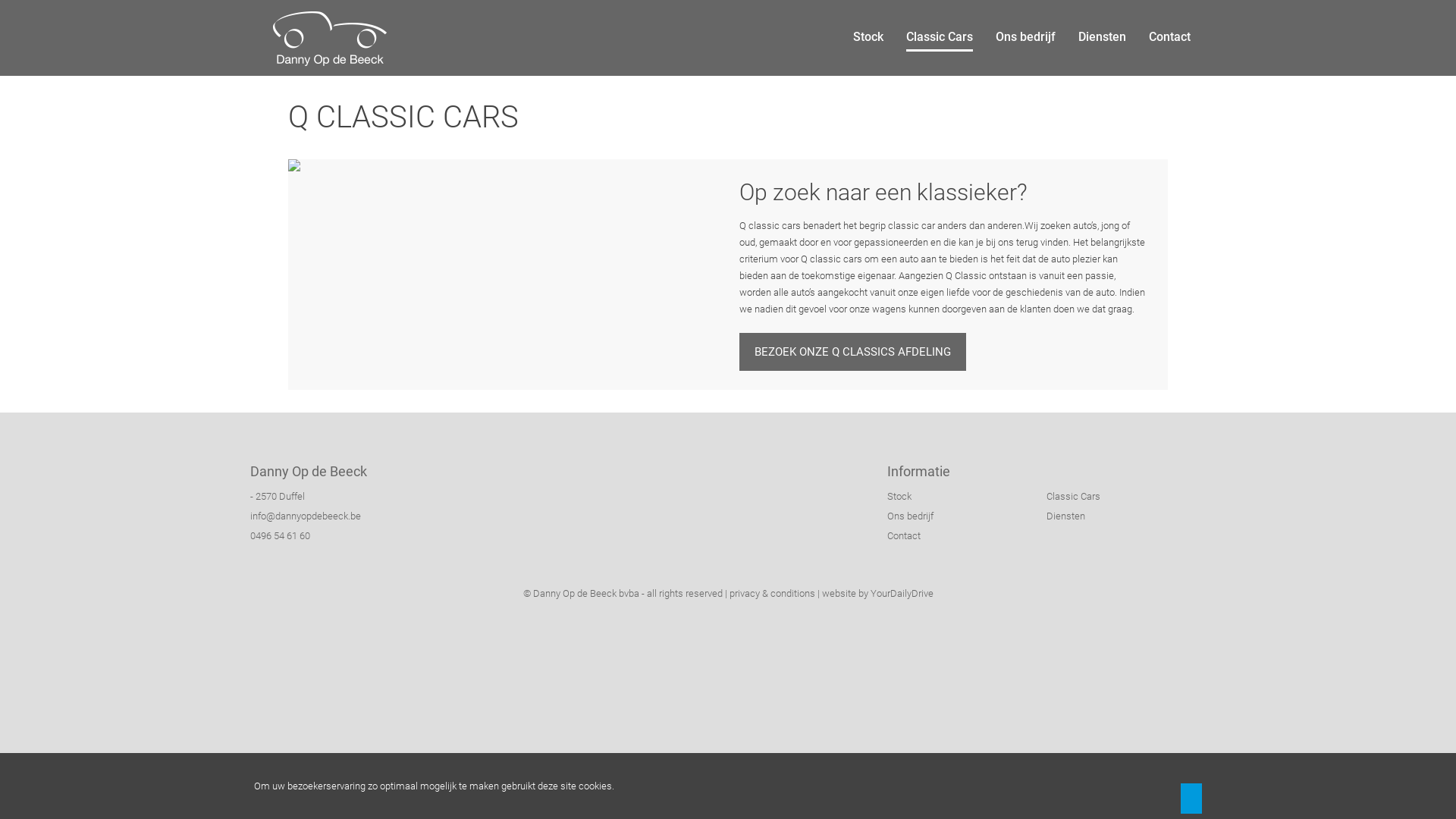 The height and width of the screenshot is (819, 1456). What do you see at coordinates (966, 535) in the screenshot?
I see `'Contact'` at bounding box center [966, 535].